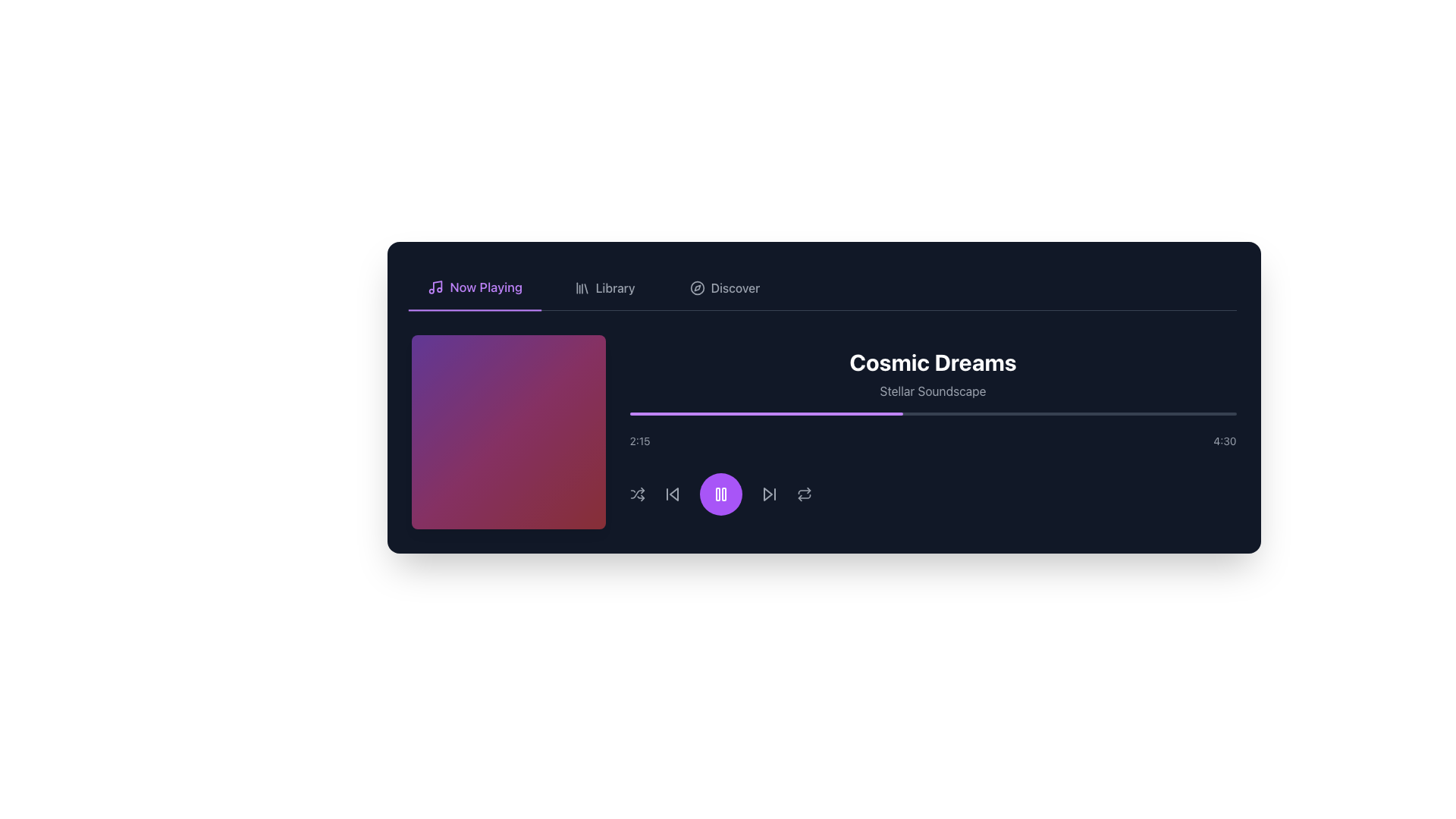 The width and height of the screenshot is (1456, 819). I want to click on the SVG Circle located at the center of the compass-like icon within the top navigation bar, which is part of the 'Discover' section, to interact with nearby features, so click(696, 288).